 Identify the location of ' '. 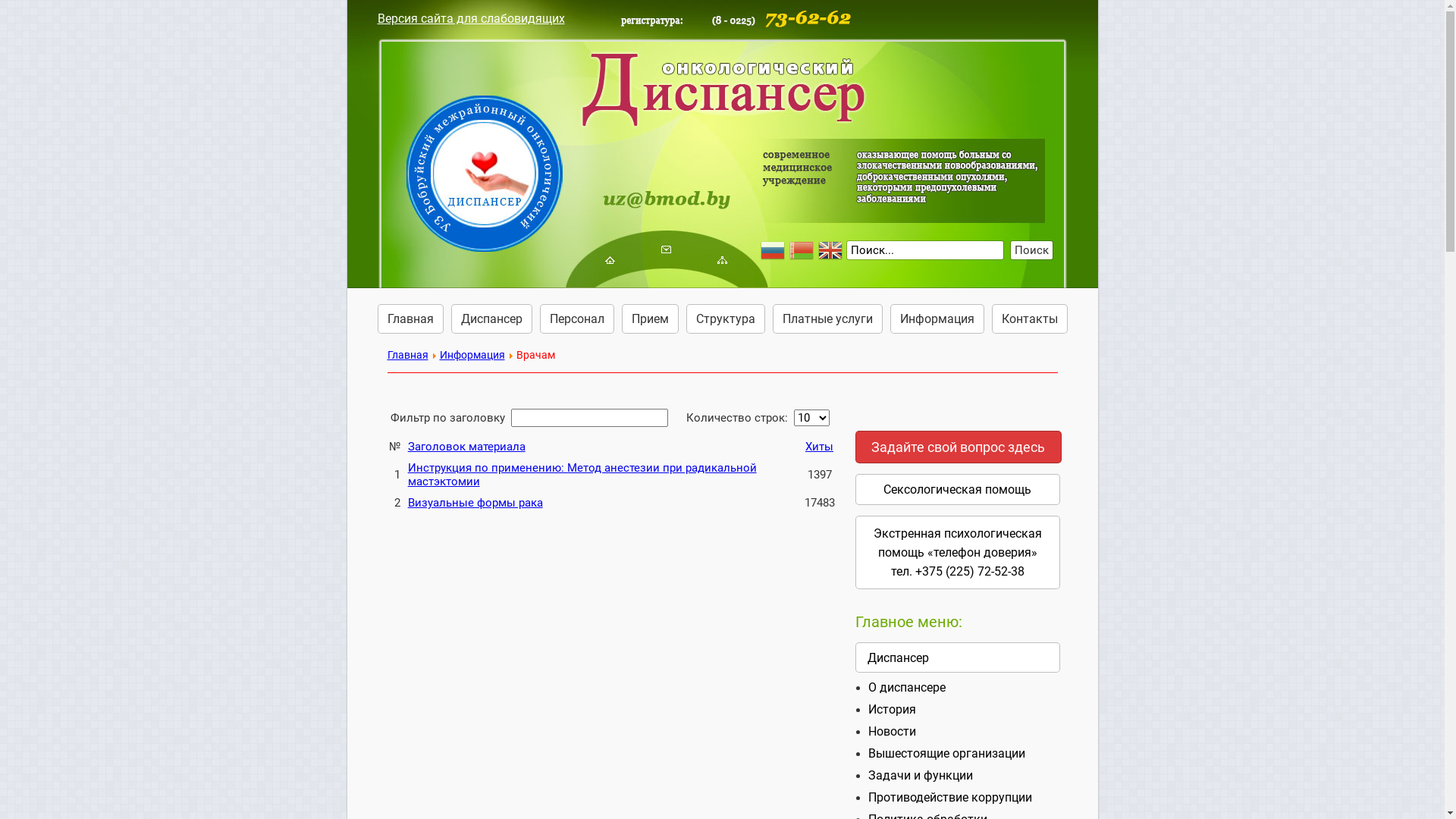
(709, 259).